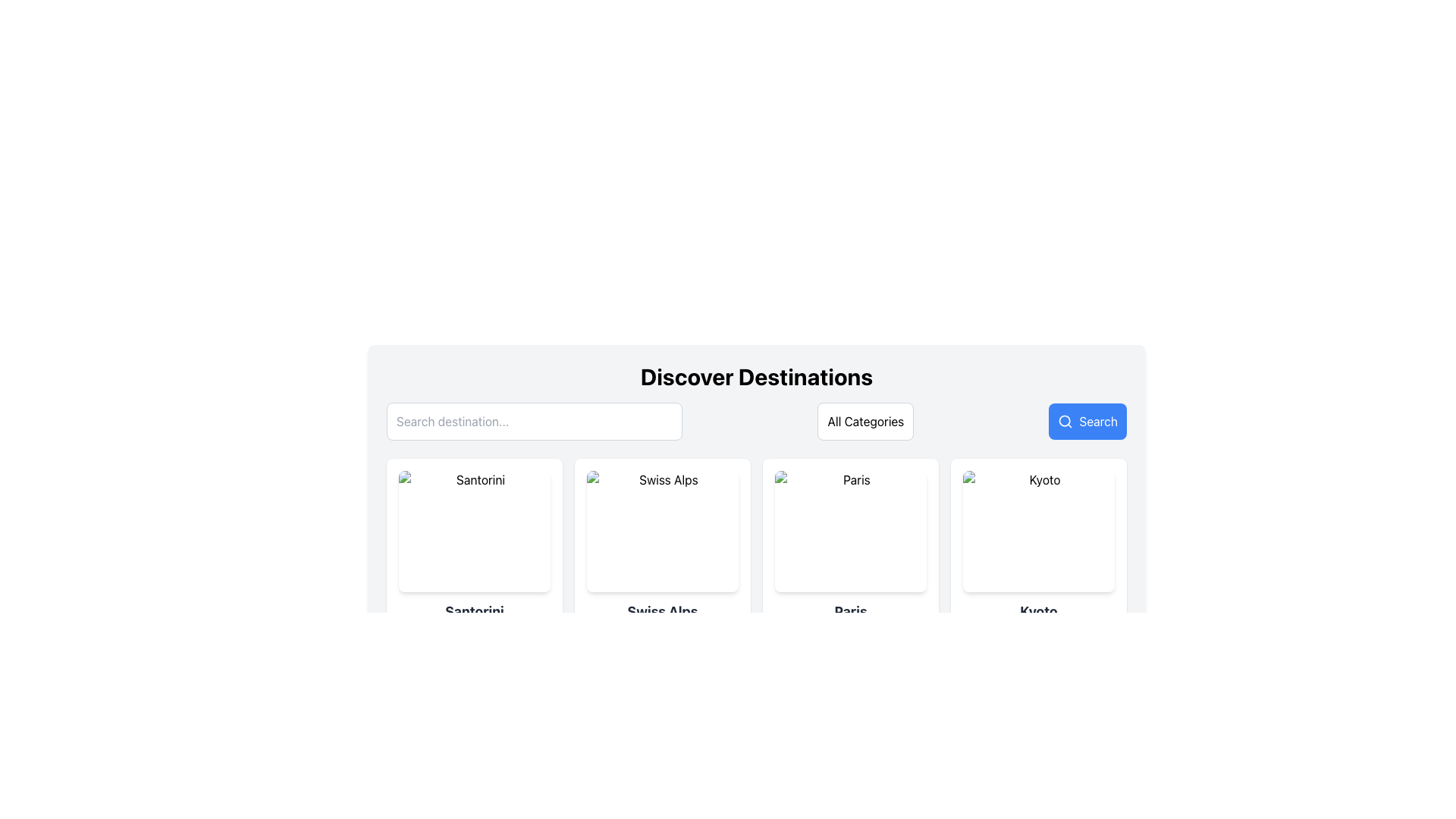 This screenshot has width=1456, height=819. I want to click on the text label 'Kyoto', which is located at the bottom center of the fourth card in a row of cards, positioned directly below an image, so click(1037, 610).